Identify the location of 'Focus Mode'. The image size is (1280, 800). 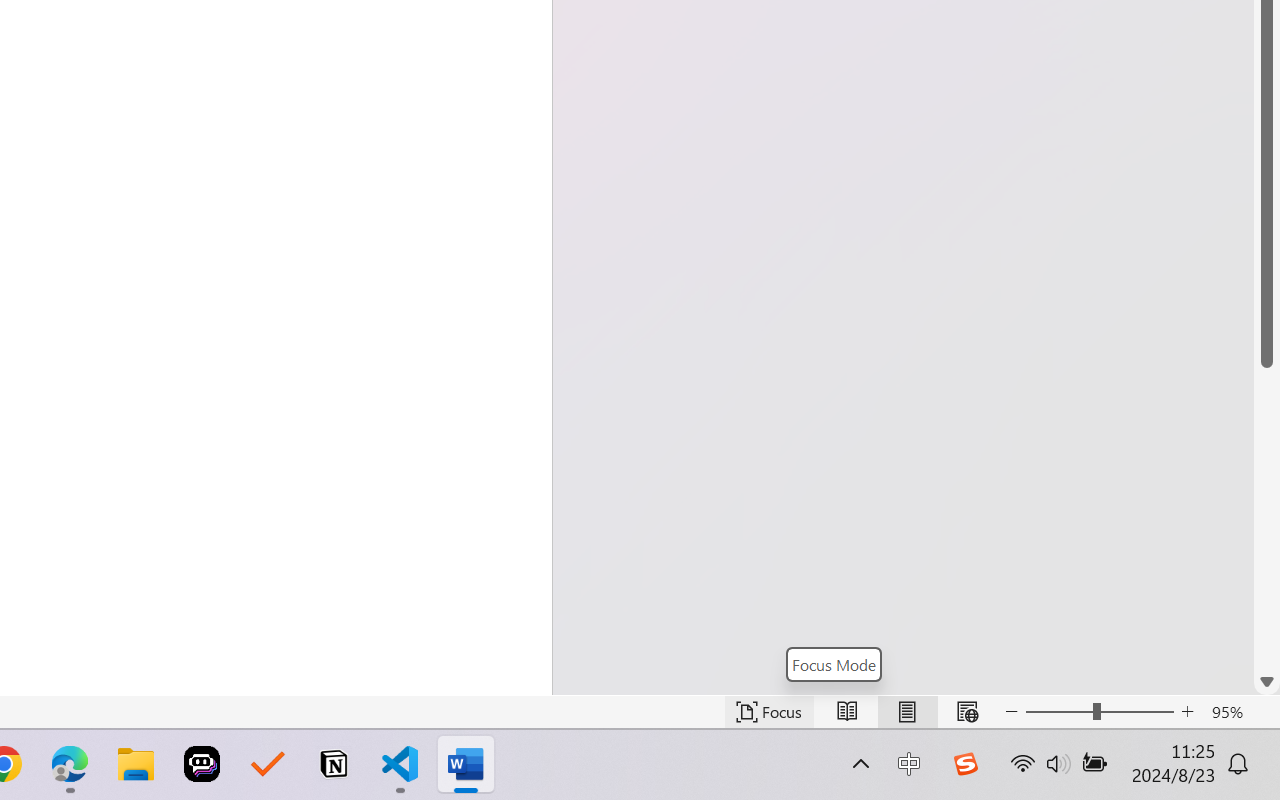
(833, 663).